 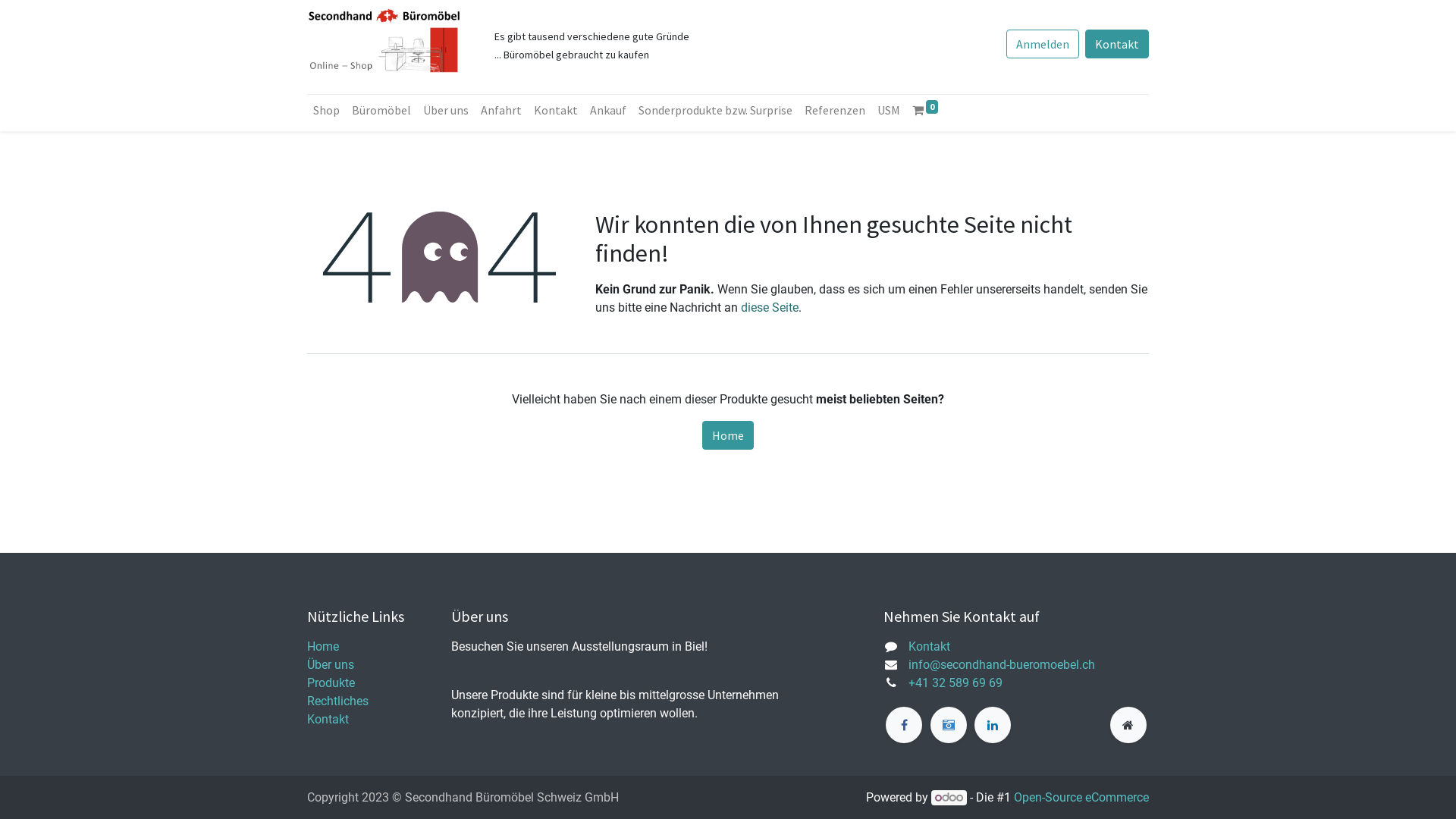 What do you see at coordinates (1080, 796) in the screenshot?
I see `'Open-Source eCommerce'` at bounding box center [1080, 796].